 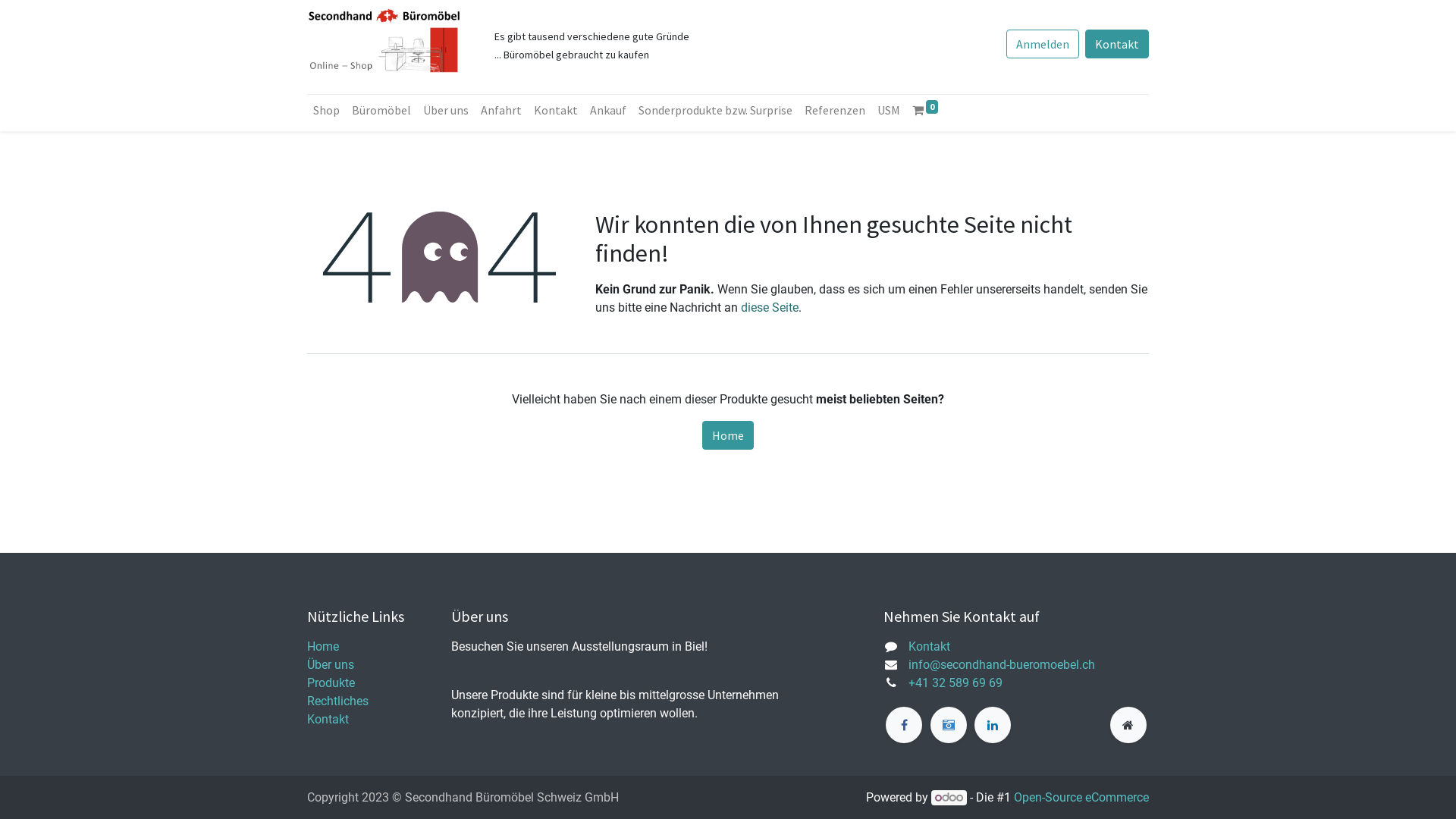 What do you see at coordinates (1080, 796) in the screenshot?
I see `'Open-Source eCommerce'` at bounding box center [1080, 796].